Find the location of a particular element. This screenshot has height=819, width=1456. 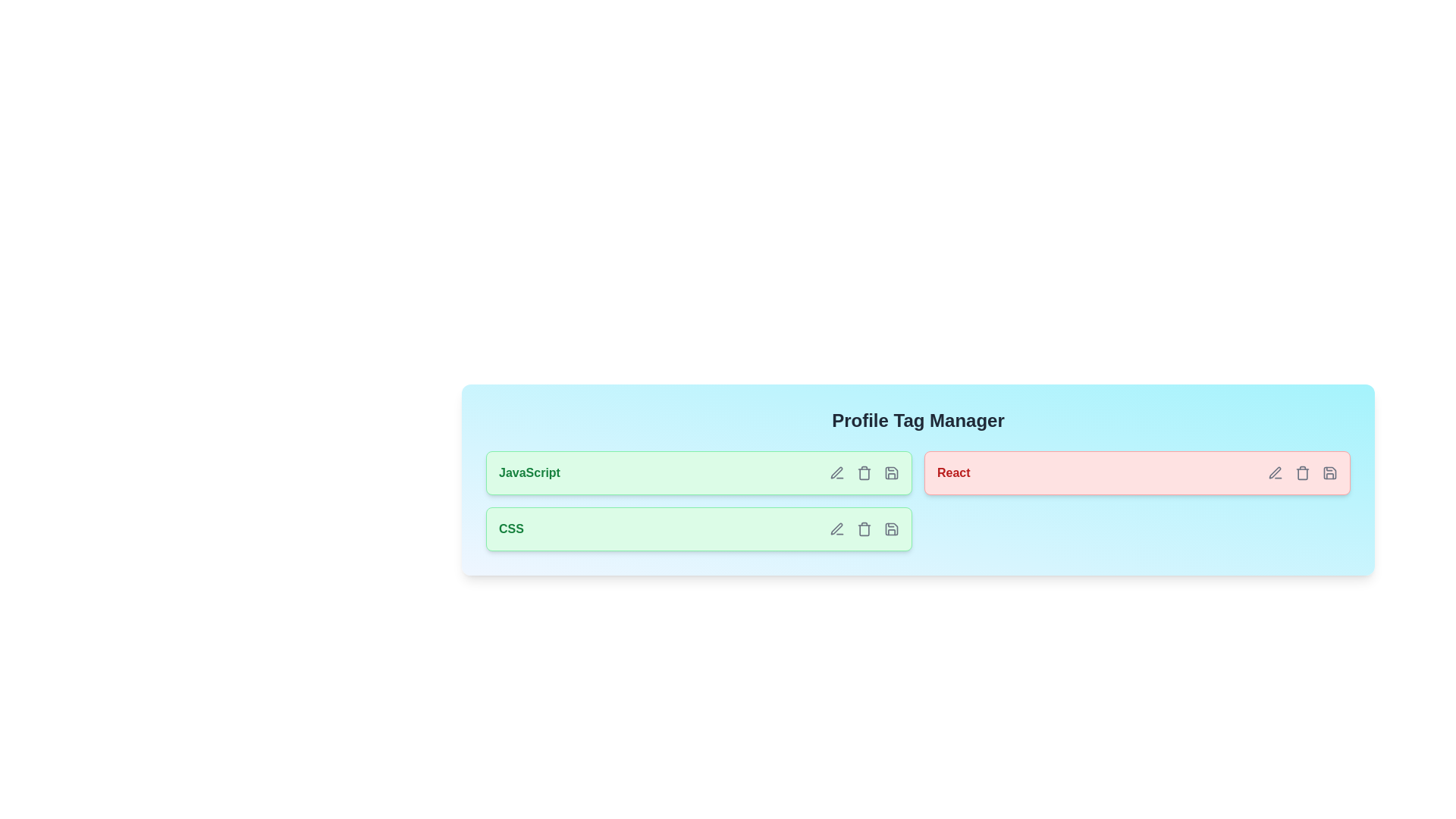

edit icon of the tag labeled CSS is located at coordinates (836, 529).